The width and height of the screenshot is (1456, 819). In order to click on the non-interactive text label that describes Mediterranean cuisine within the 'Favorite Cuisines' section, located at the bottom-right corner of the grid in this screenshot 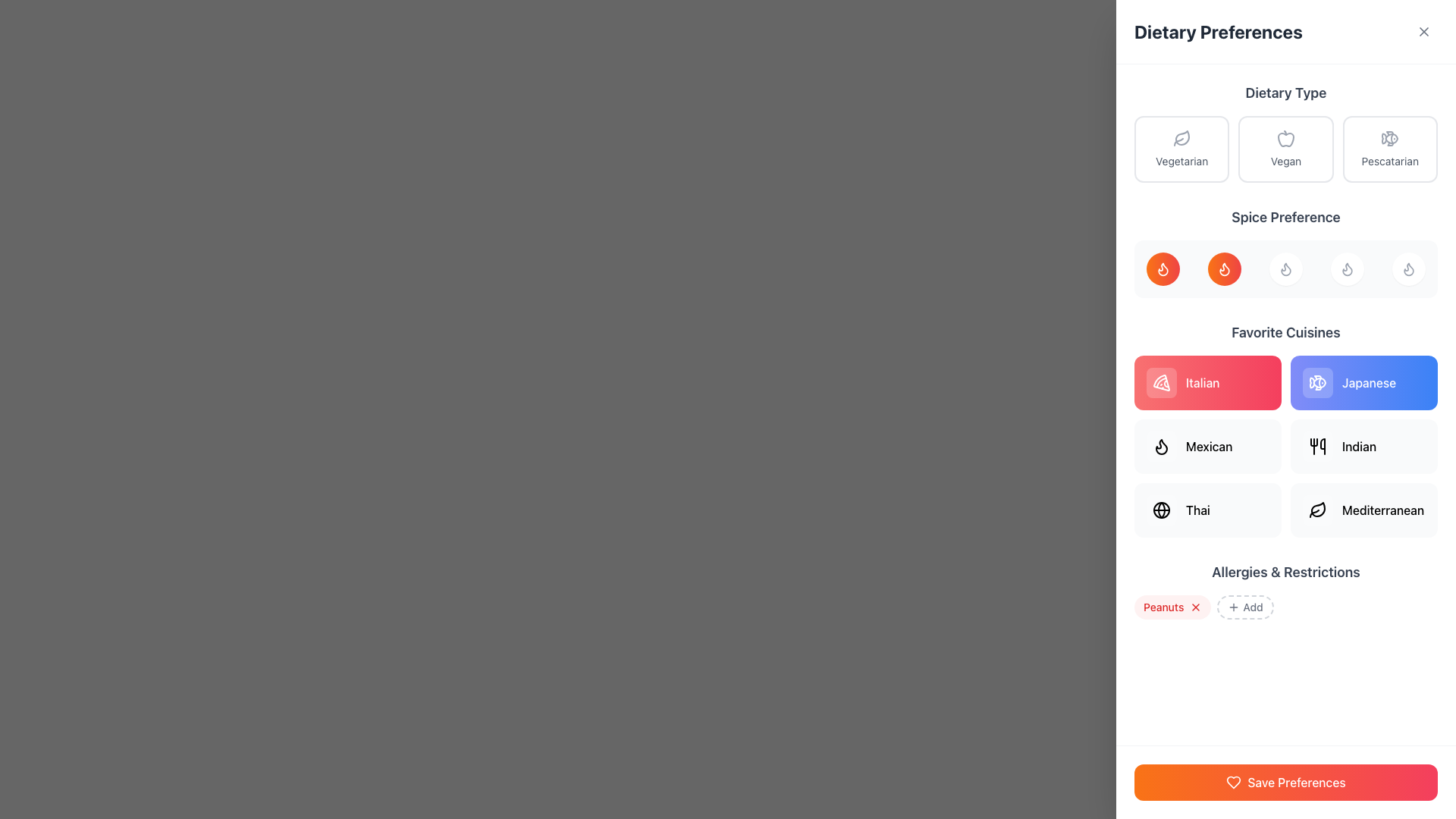, I will do `click(1383, 510)`.